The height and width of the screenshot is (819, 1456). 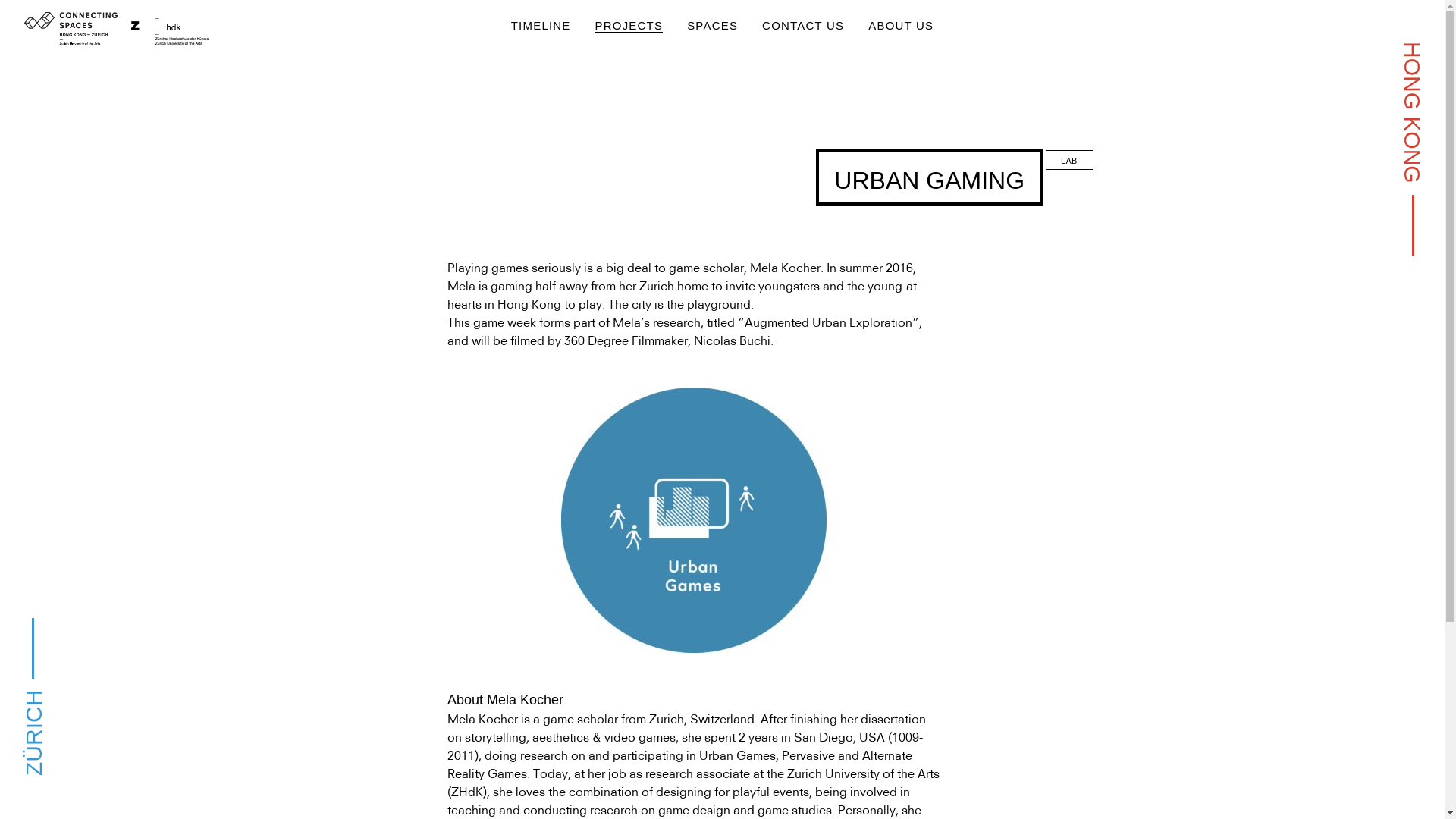 What do you see at coordinates (1068, 160) in the screenshot?
I see `'LAB'` at bounding box center [1068, 160].